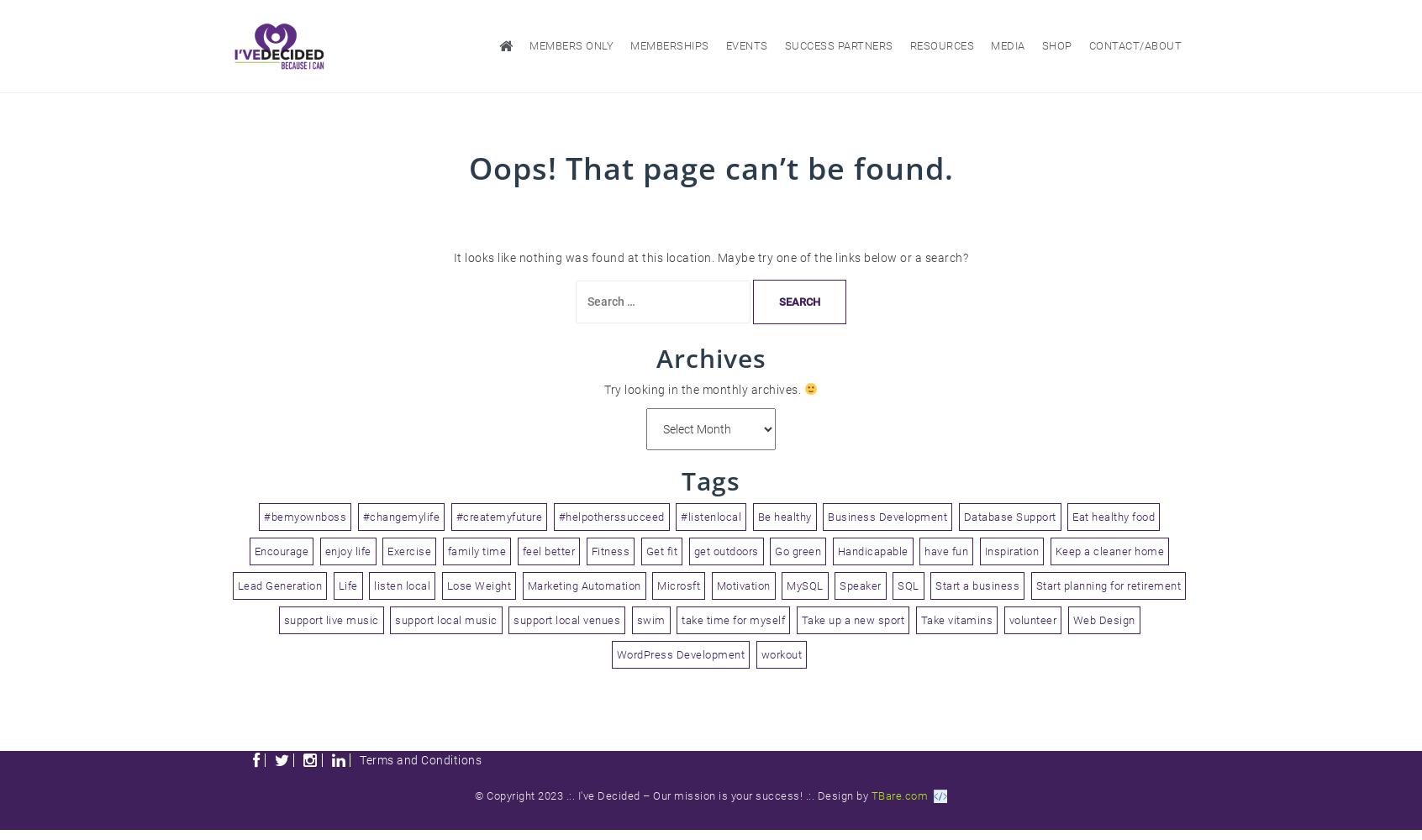  Describe the element at coordinates (446, 550) in the screenshot. I see `'family time'` at that location.